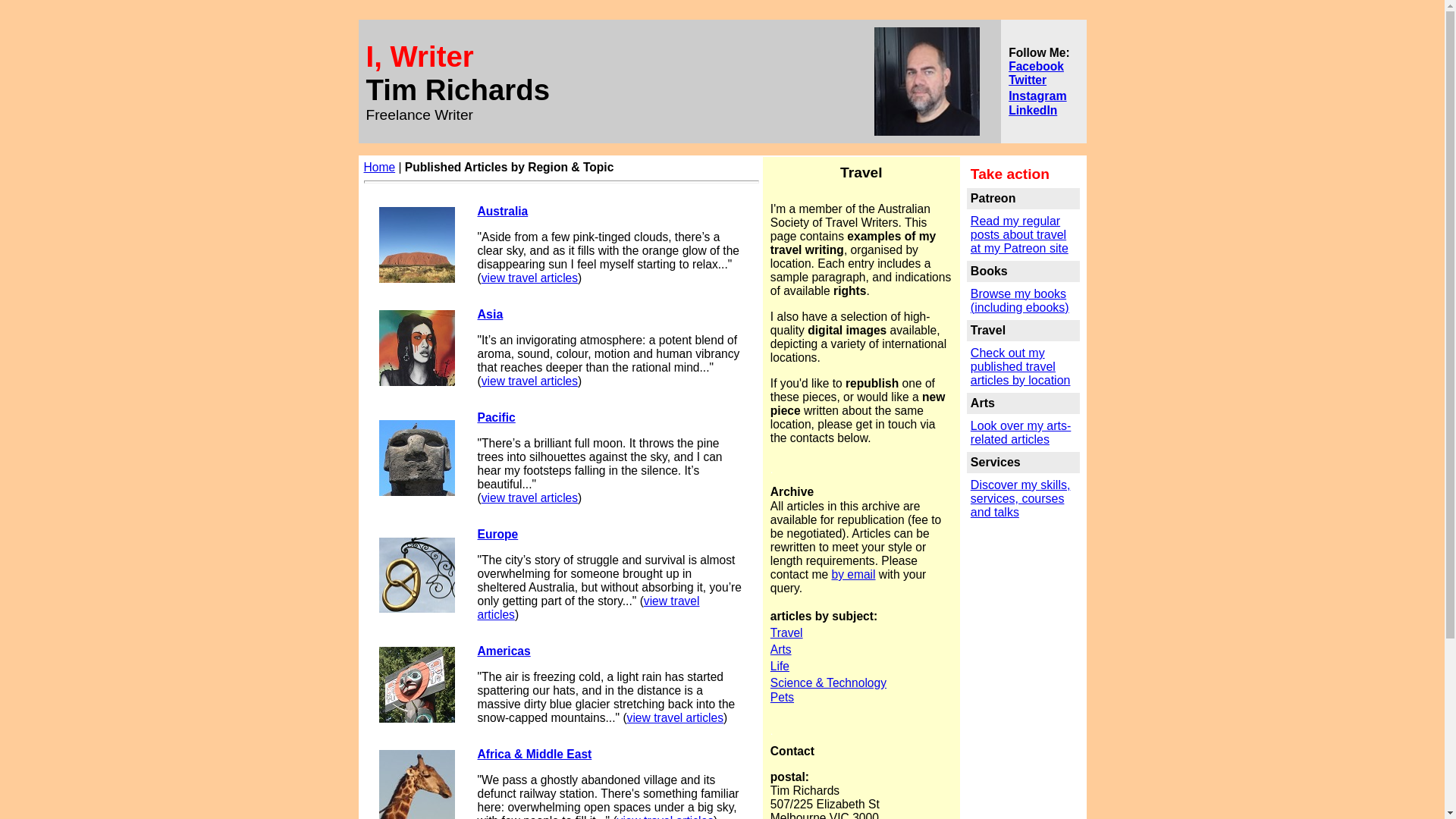 This screenshot has width=1456, height=819. I want to click on 'Asia', so click(476, 313).